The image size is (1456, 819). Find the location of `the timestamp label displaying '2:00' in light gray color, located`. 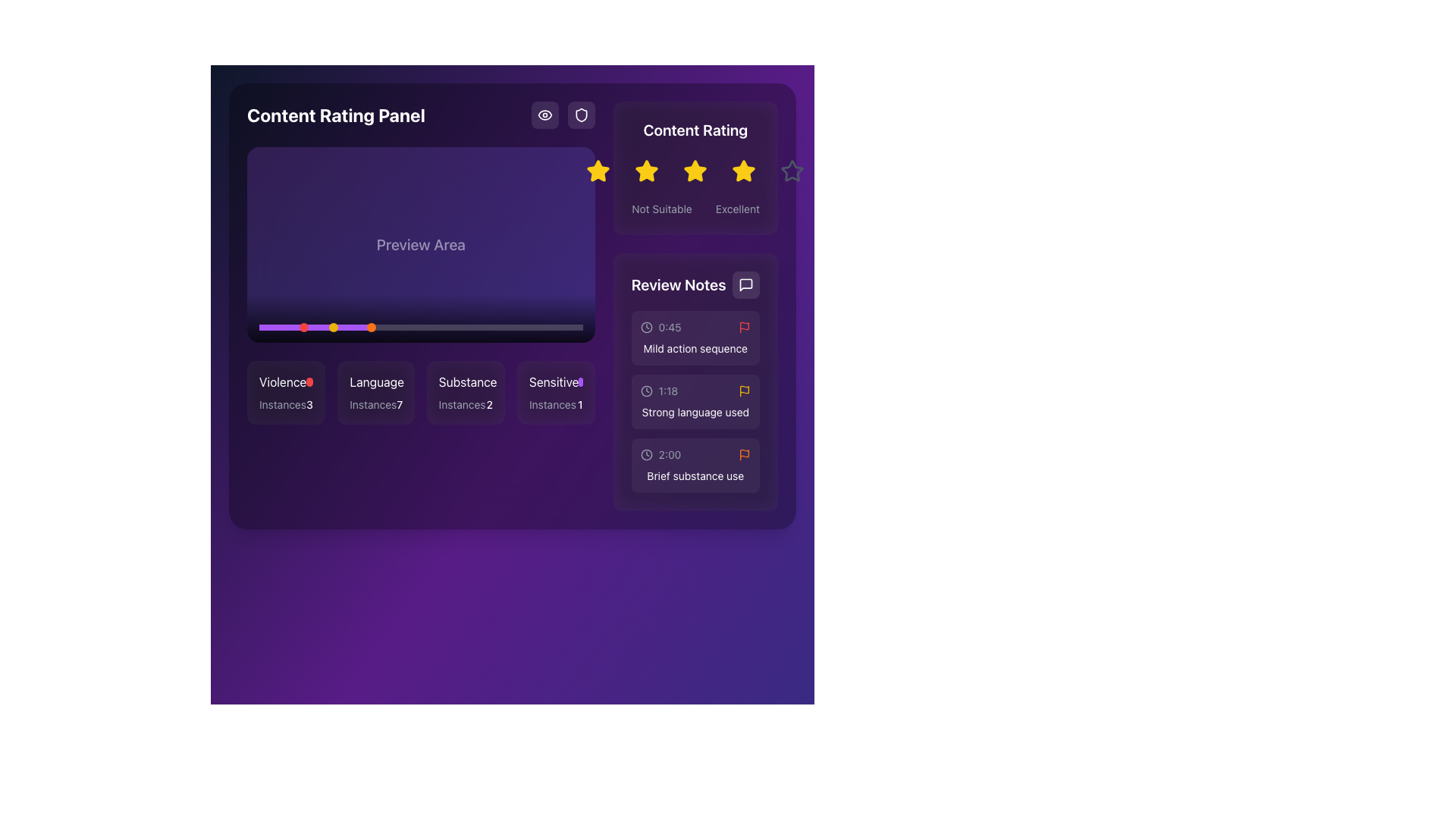

the timestamp label displaying '2:00' in light gray color, located is located at coordinates (661, 454).